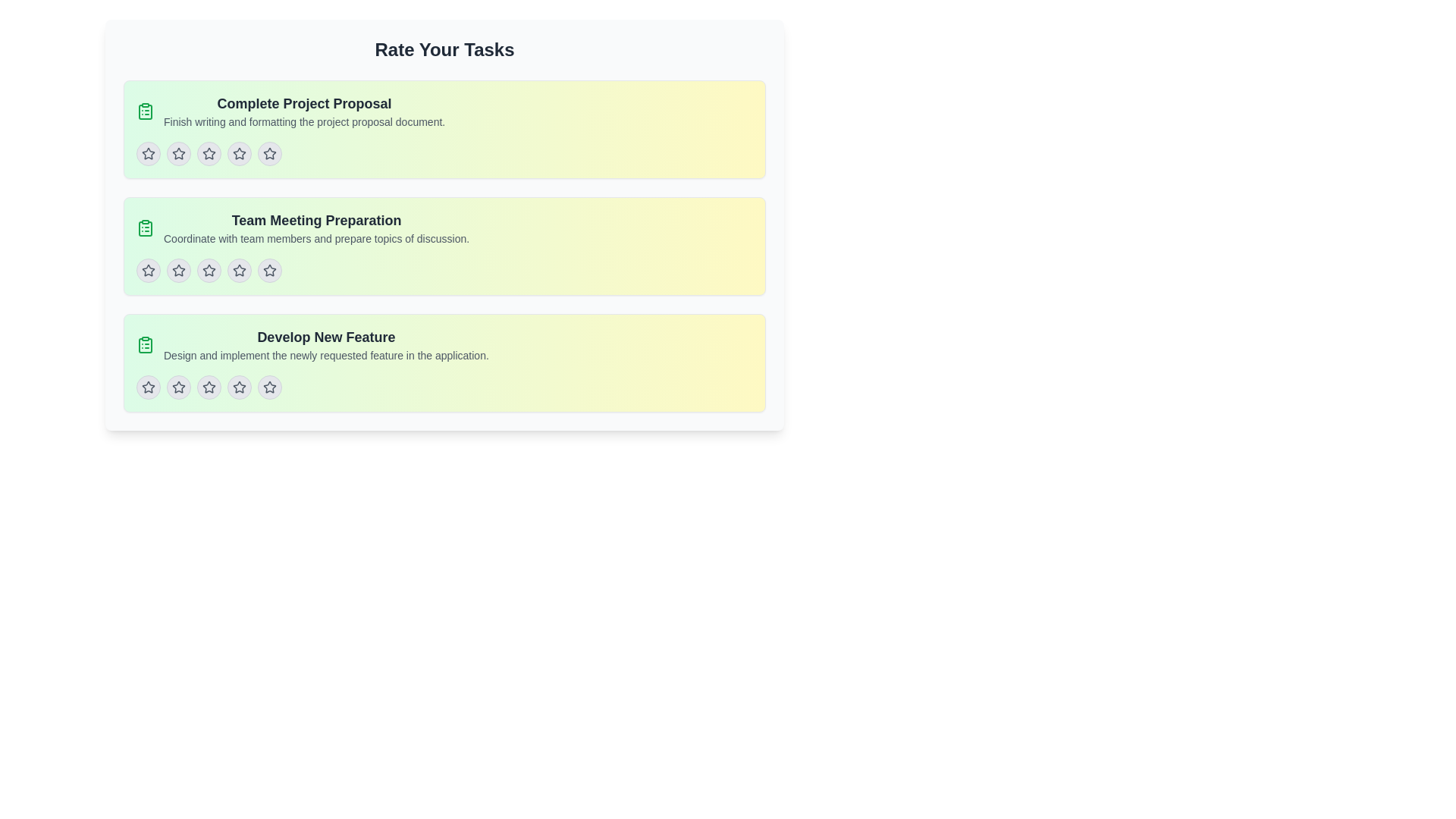 Image resolution: width=1456 pixels, height=819 pixels. Describe the element at coordinates (239, 386) in the screenshot. I see `the fourth star icon` at that location.